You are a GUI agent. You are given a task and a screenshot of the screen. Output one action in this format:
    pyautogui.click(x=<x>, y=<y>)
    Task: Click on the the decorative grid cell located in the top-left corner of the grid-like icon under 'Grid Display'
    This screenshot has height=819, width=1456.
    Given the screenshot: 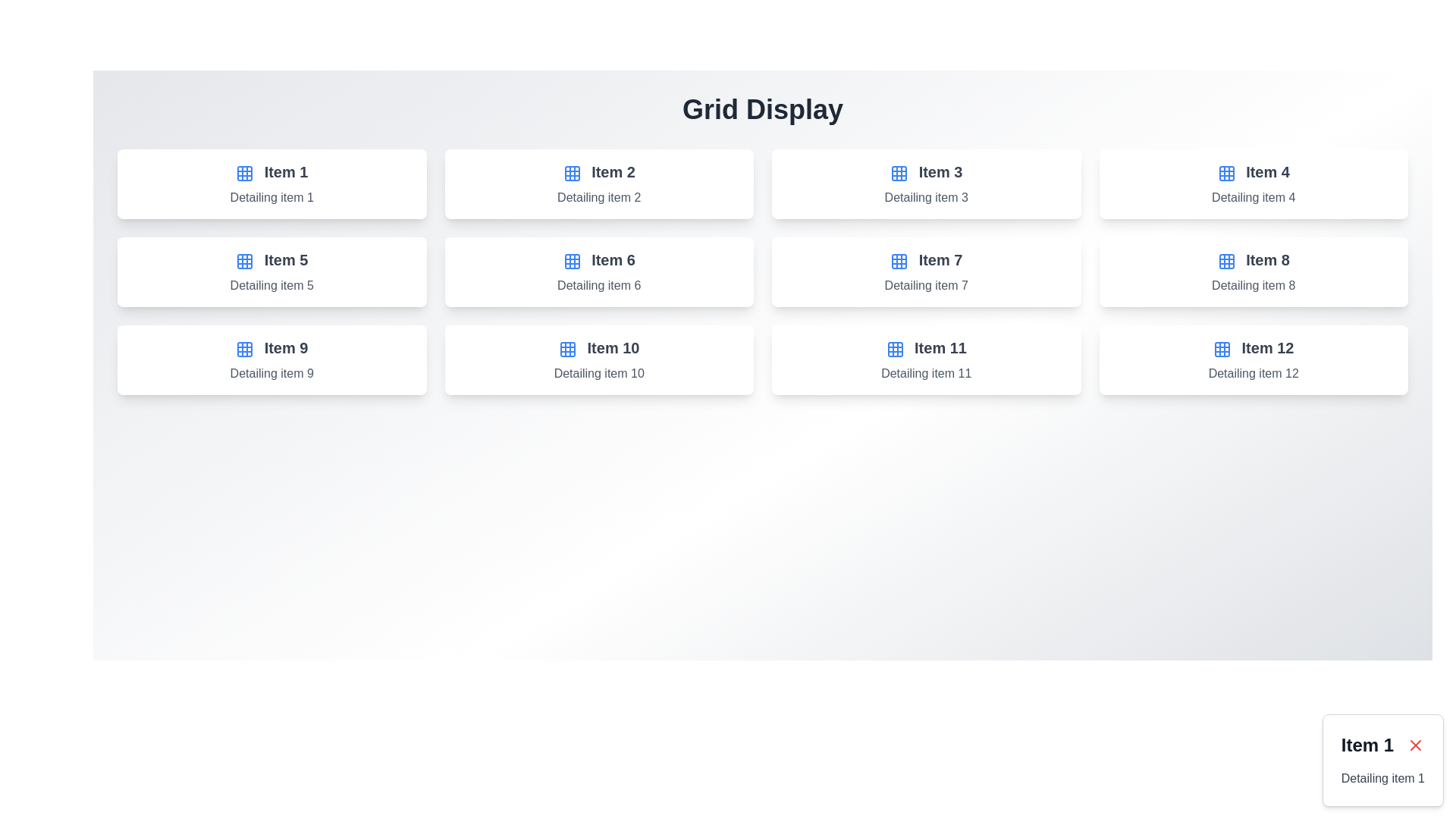 What is the action you would take?
    pyautogui.click(x=245, y=172)
    